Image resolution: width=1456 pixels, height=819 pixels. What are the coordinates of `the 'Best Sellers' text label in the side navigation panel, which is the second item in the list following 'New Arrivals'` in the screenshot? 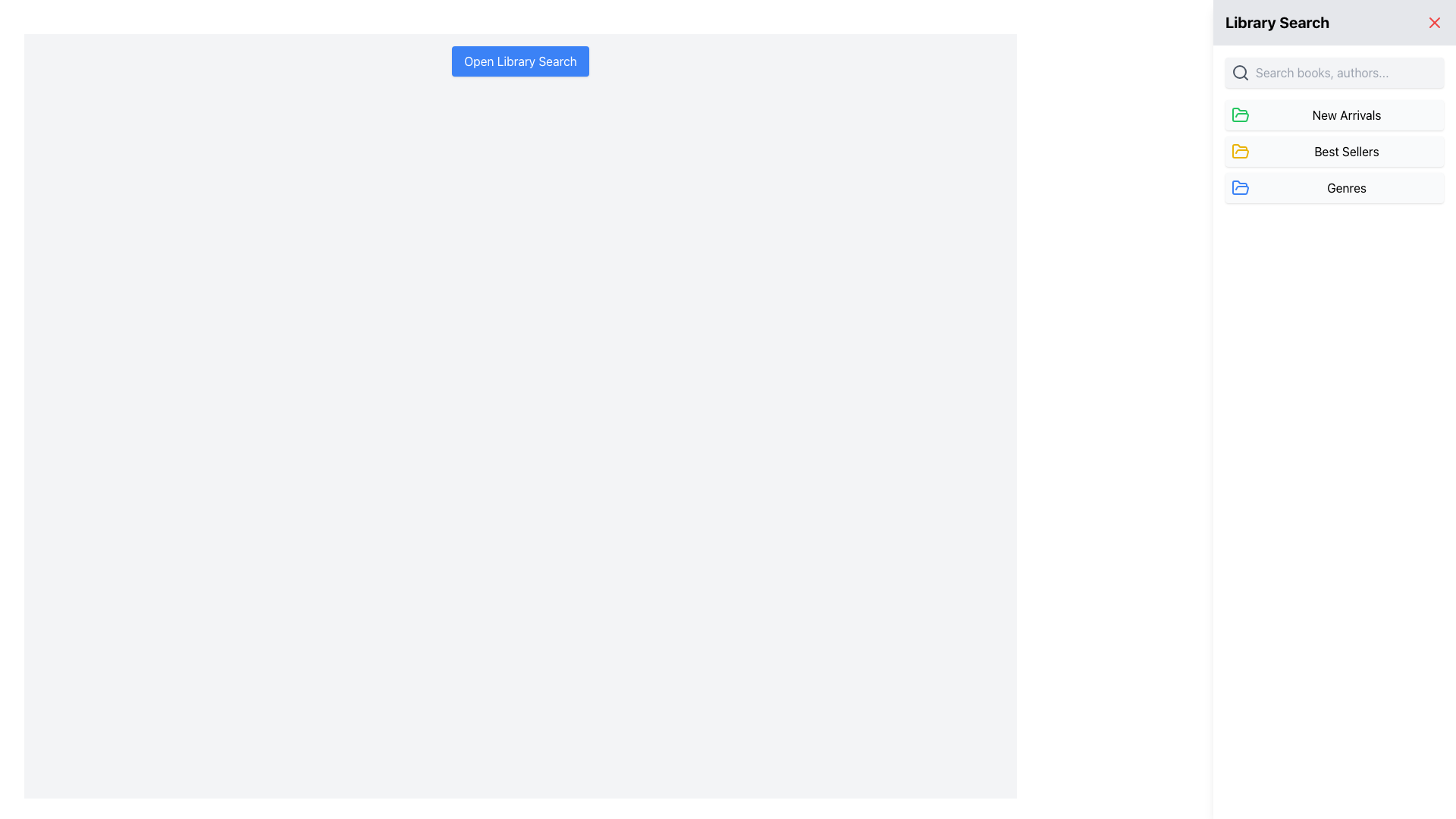 It's located at (1347, 152).